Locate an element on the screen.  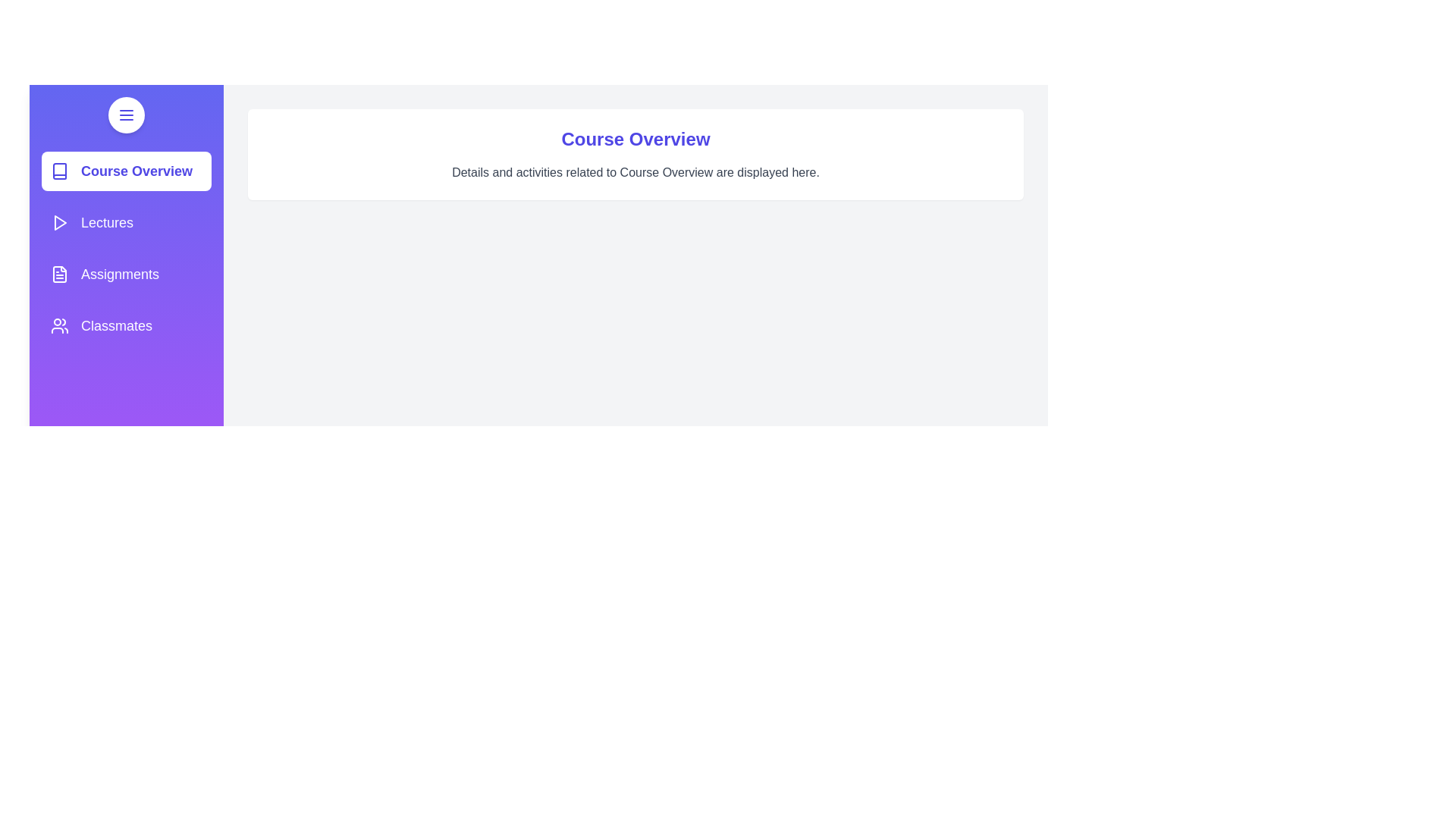
the menu section labeled Course Overview is located at coordinates (127, 171).